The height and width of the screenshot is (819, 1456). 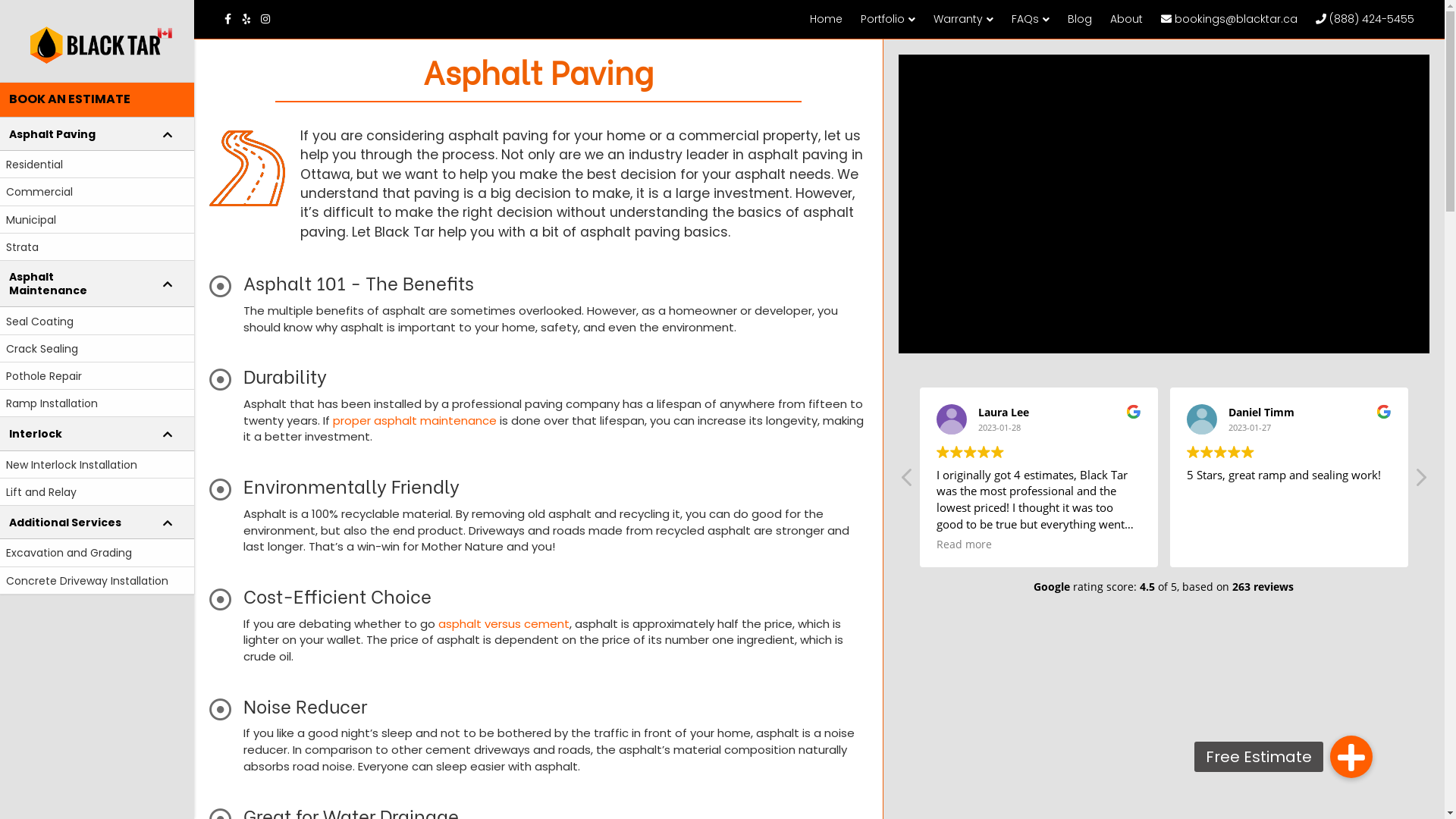 I want to click on 'Seal Coating', so click(x=96, y=320).